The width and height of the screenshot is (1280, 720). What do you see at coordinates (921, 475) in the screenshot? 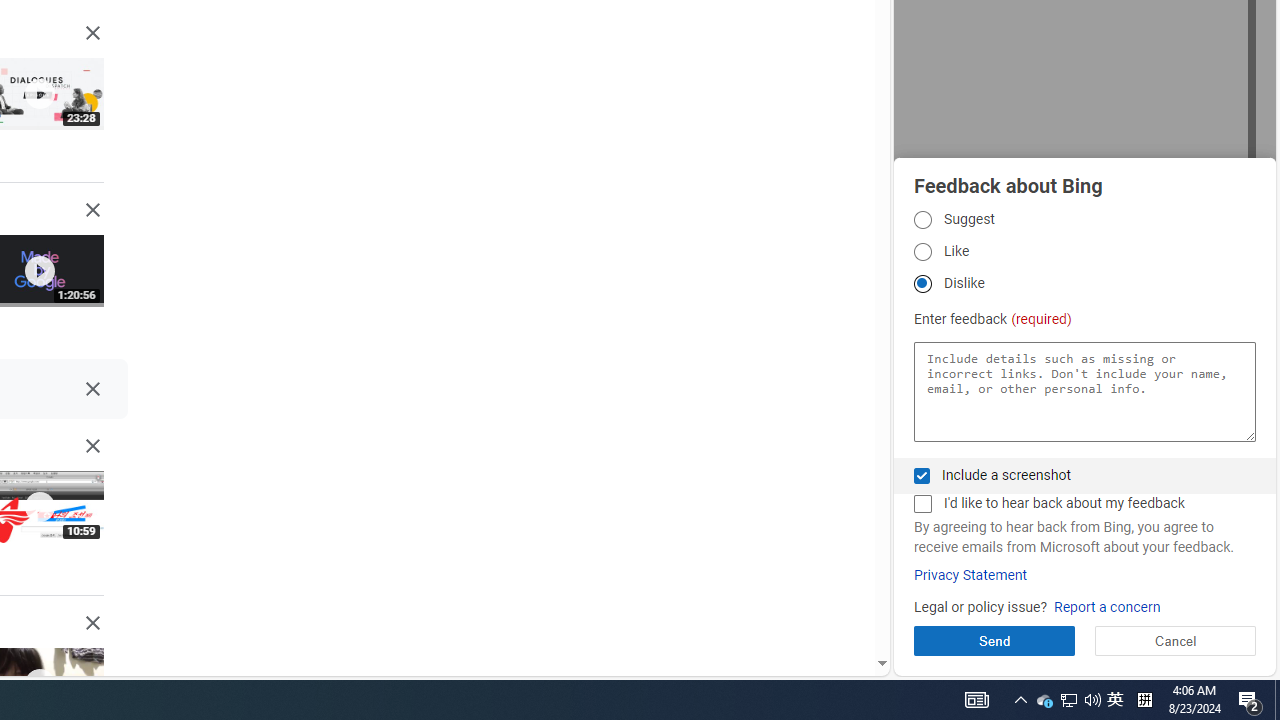
I see `'Include a screenshot Include a screenshot'` at bounding box center [921, 475].